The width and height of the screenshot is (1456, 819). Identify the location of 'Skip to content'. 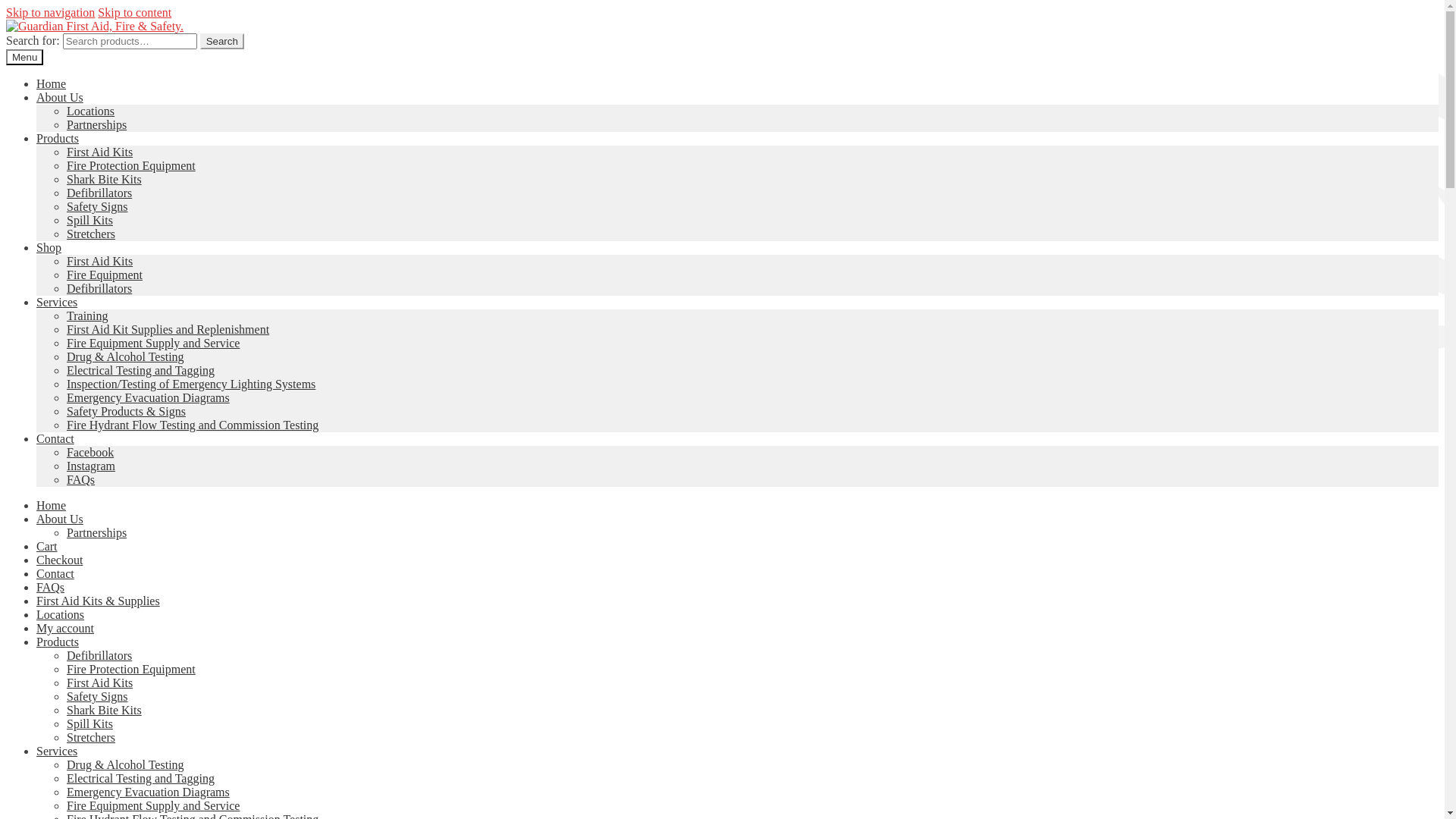
(134, 12).